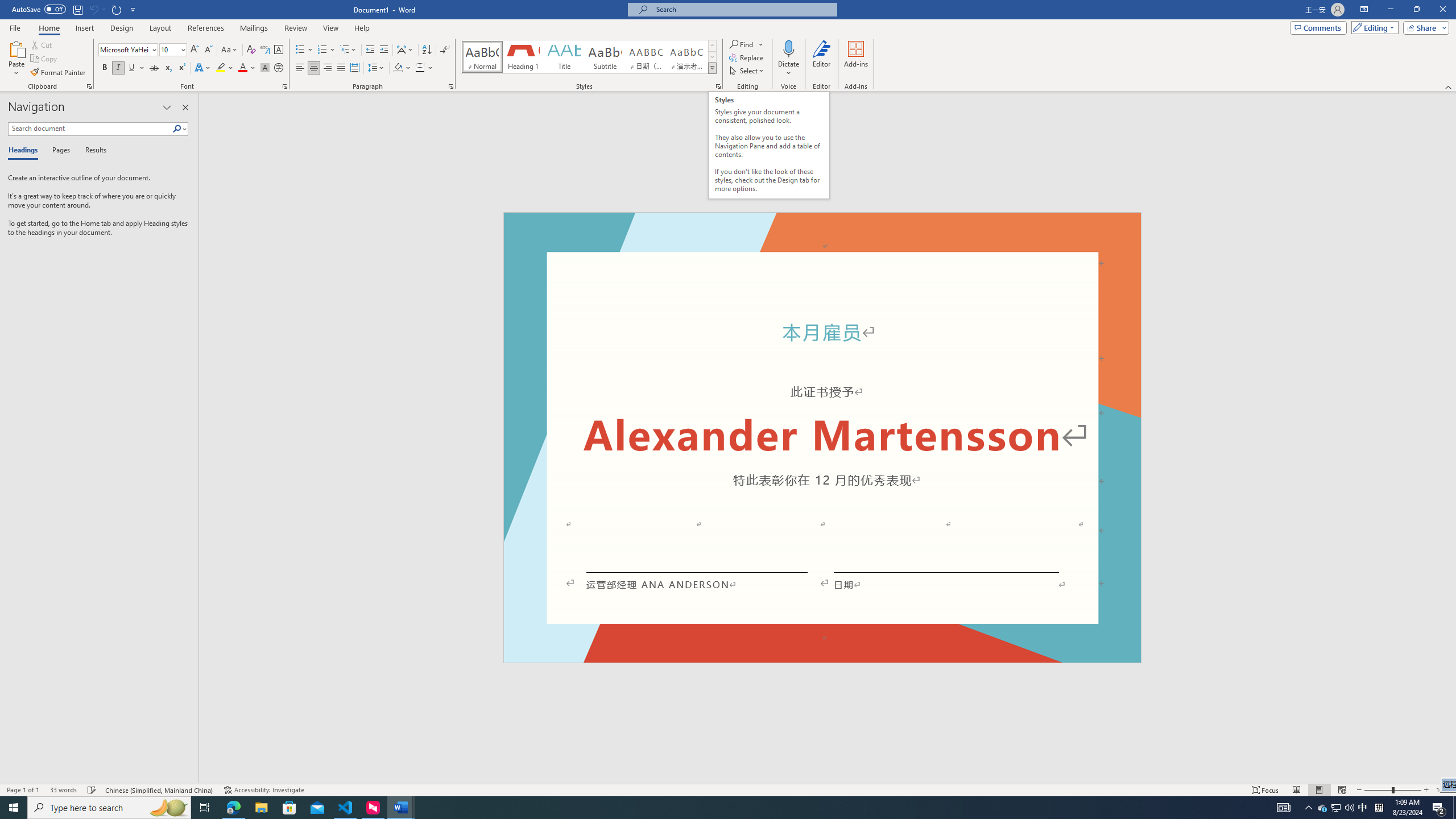 The image size is (1456, 819). Describe the element at coordinates (91, 150) in the screenshot. I see `'Results'` at that location.